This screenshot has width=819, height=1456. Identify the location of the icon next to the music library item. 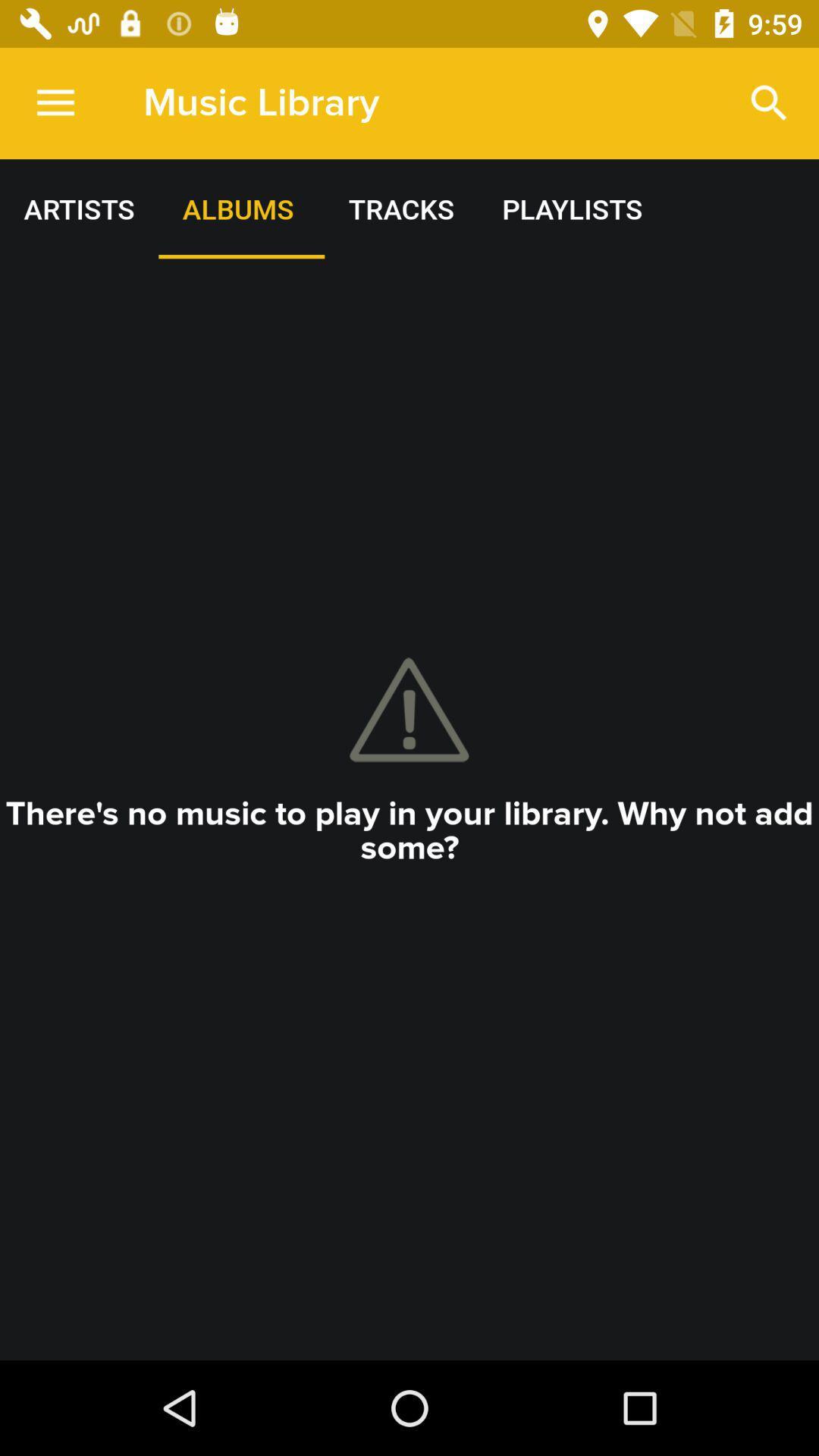
(769, 102).